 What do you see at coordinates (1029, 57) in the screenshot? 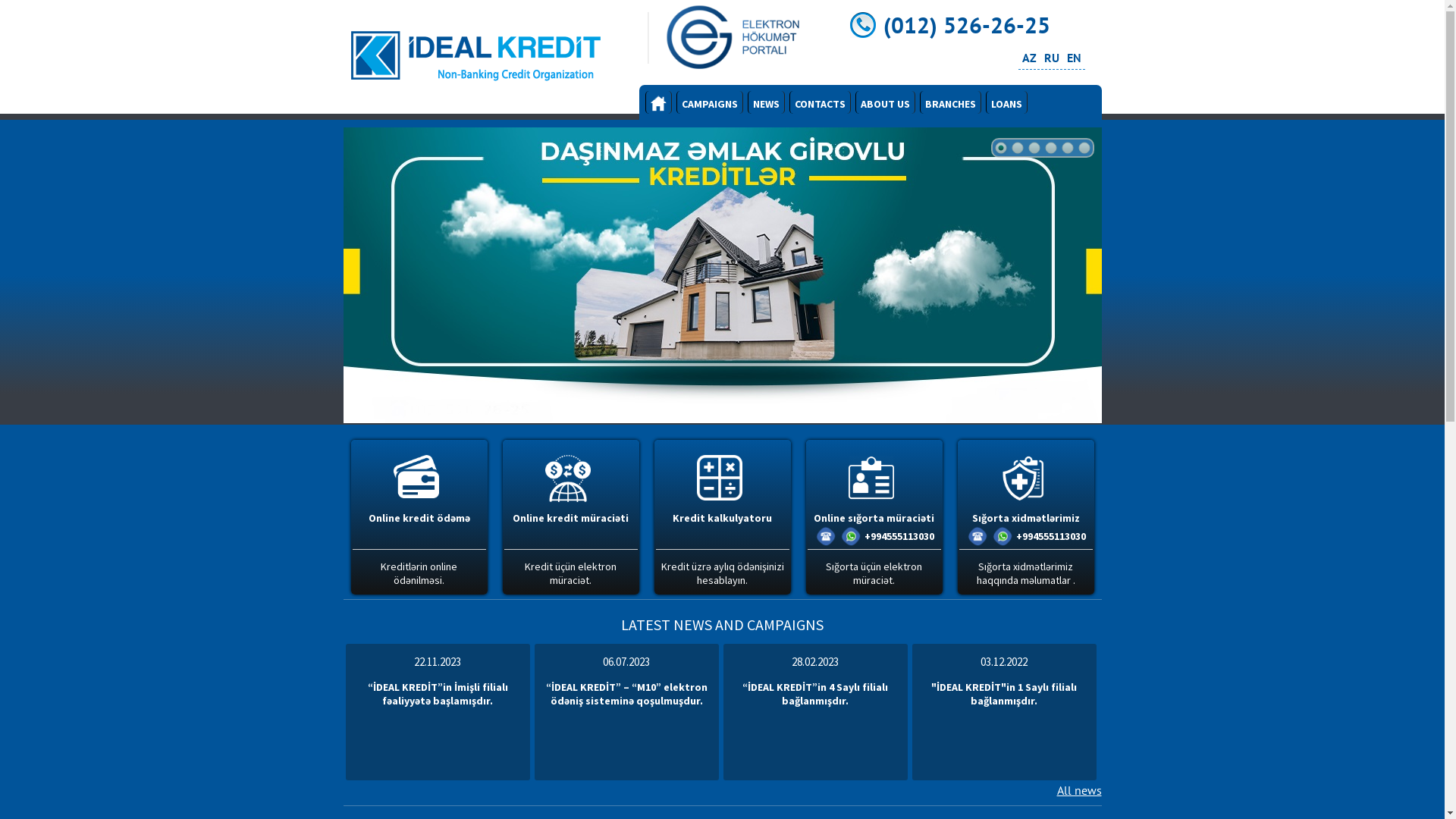
I see `'AZ'` at bounding box center [1029, 57].